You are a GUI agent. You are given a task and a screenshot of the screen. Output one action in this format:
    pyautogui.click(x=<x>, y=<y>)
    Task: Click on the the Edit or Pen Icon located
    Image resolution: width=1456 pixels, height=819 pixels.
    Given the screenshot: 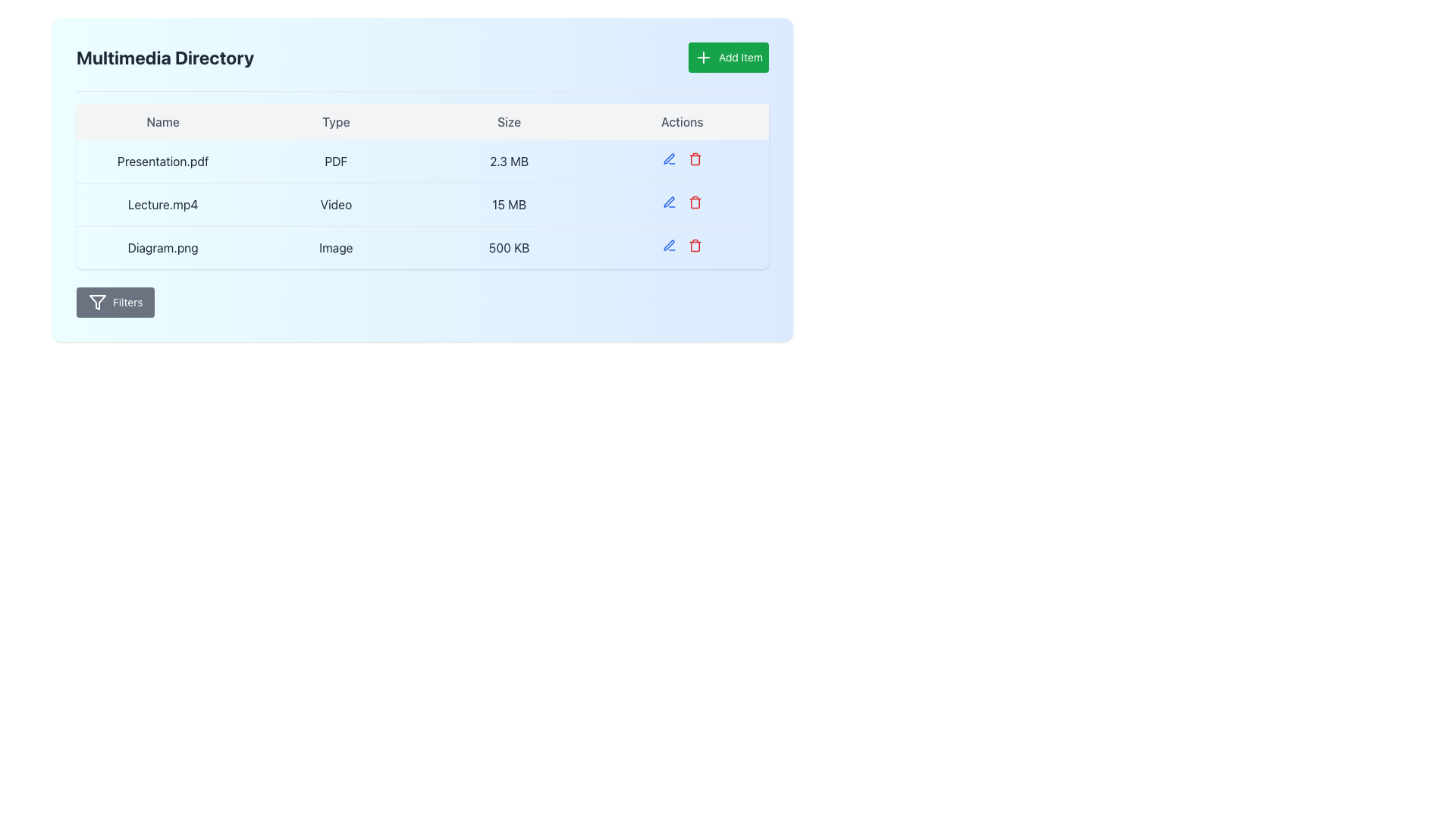 What is the action you would take?
    pyautogui.click(x=668, y=201)
    